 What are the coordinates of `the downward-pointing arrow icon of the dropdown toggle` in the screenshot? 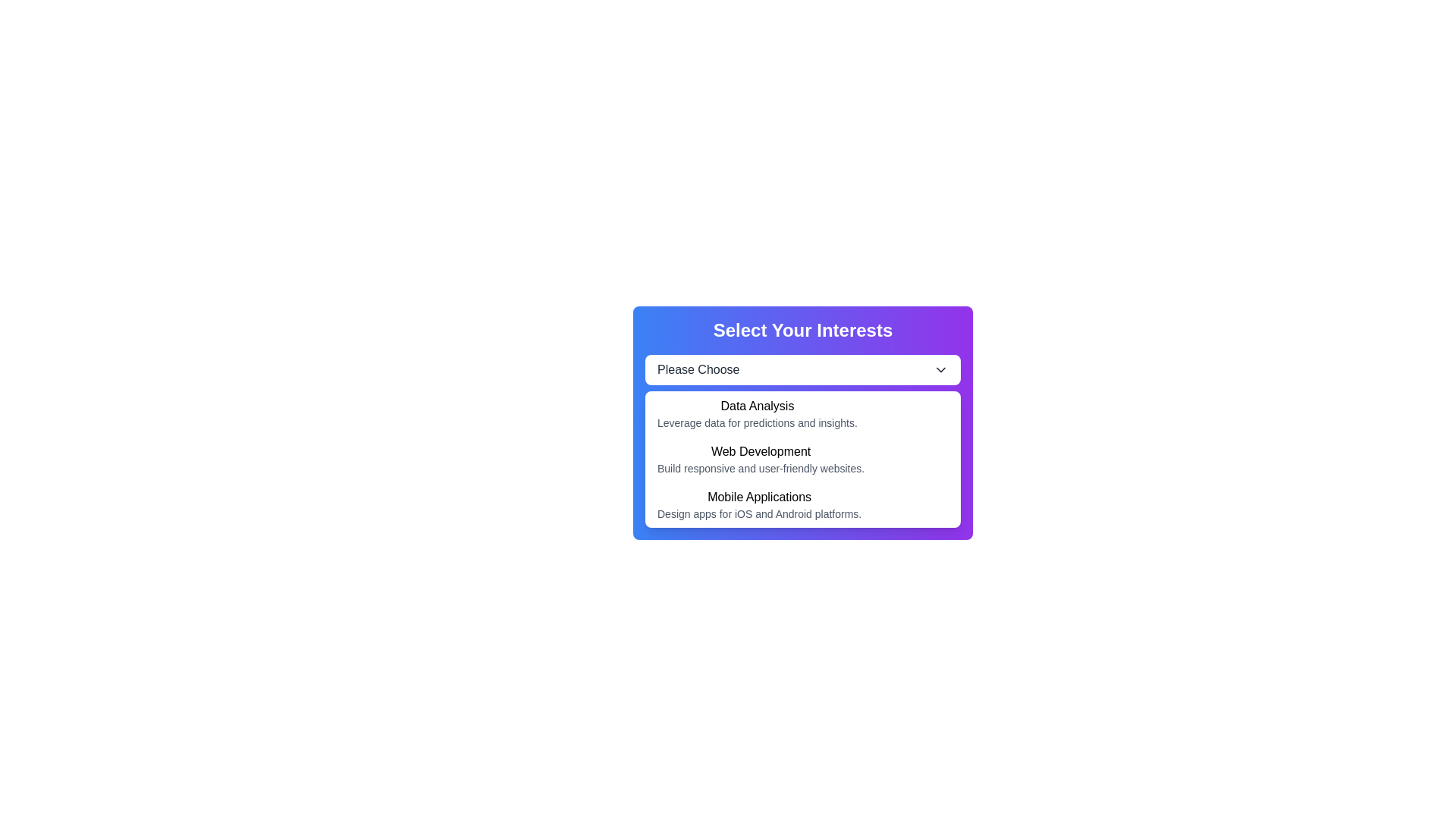 It's located at (940, 370).